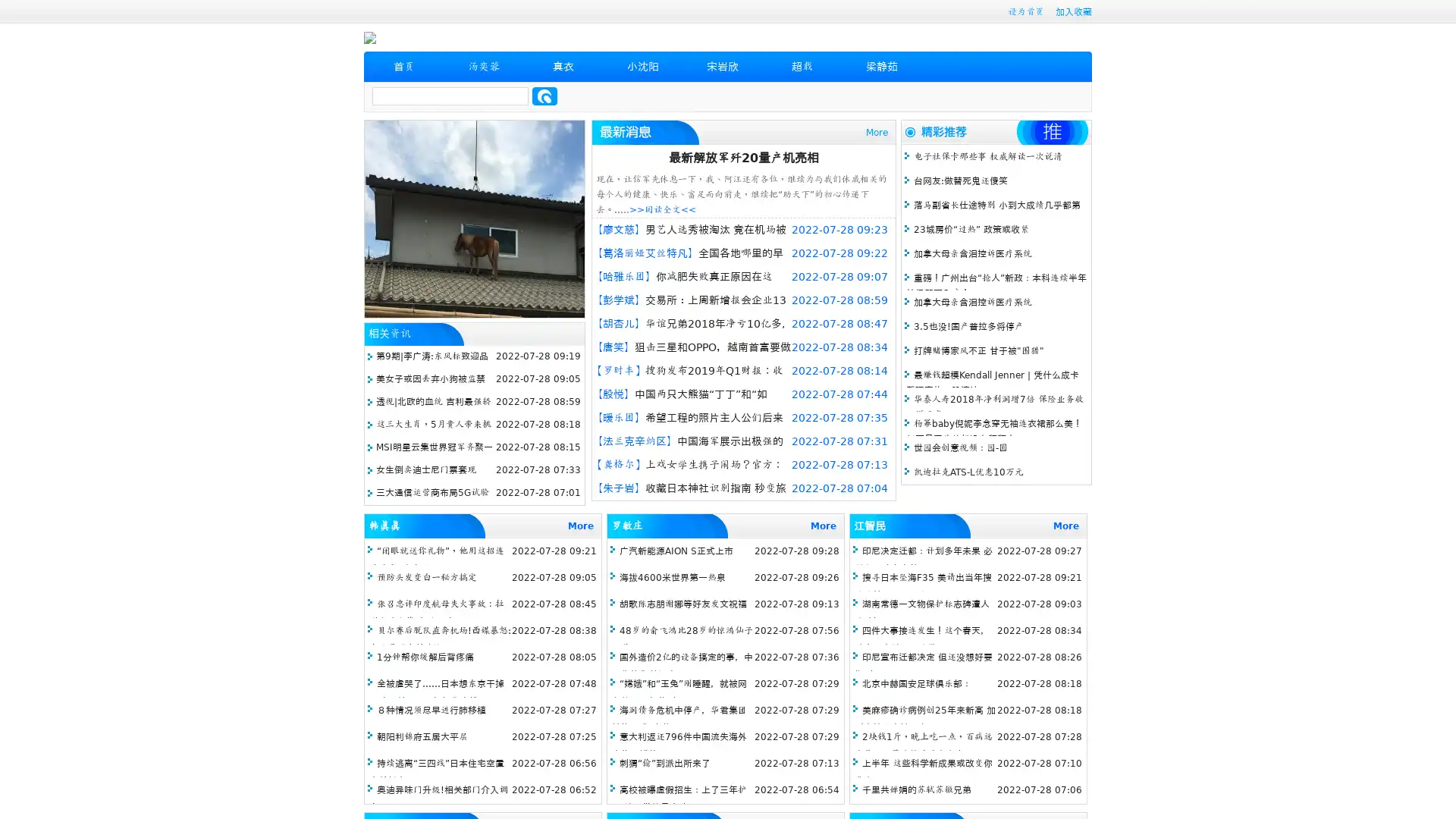 The width and height of the screenshot is (1456, 819). Describe the element at coordinates (544, 96) in the screenshot. I see `Search` at that location.